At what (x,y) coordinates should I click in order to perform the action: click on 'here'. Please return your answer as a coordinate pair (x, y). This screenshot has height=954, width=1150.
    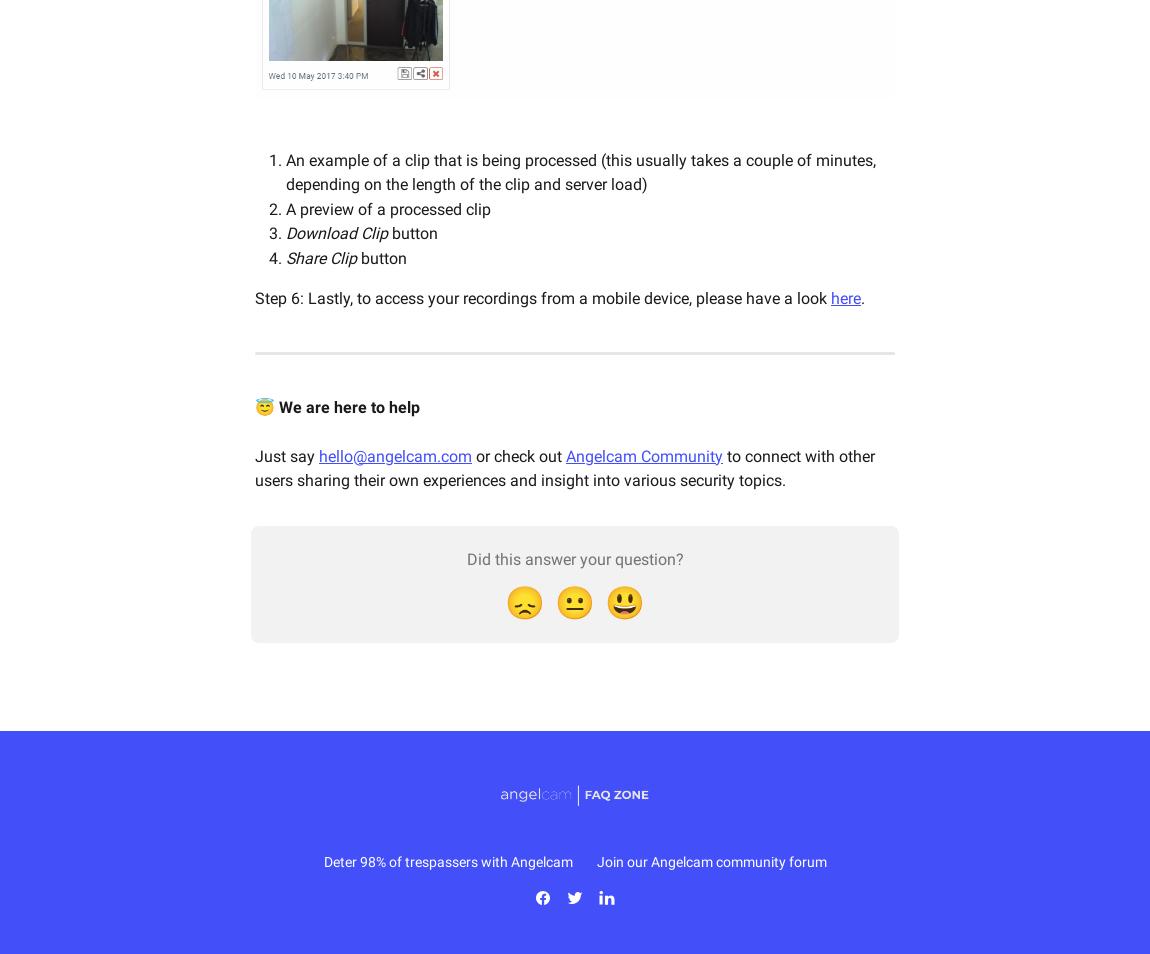
    Looking at the image, I should click on (845, 298).